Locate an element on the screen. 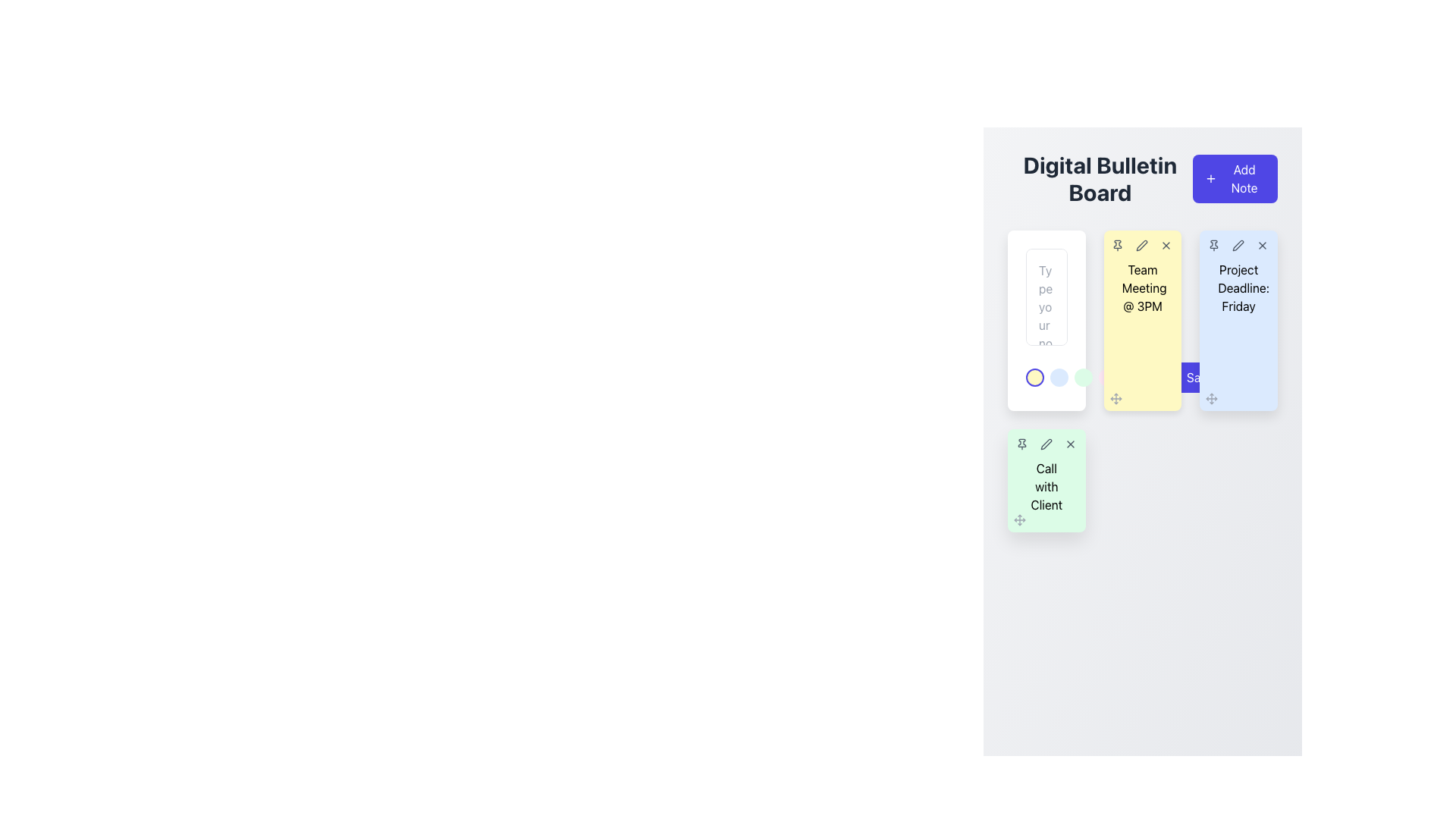 The height and width of the screenshot is (819, 1456). the edit icon button located at the top of the yellow card labeled 'Team Meeting @ 3PM' is located at coordinates (1142, 245).